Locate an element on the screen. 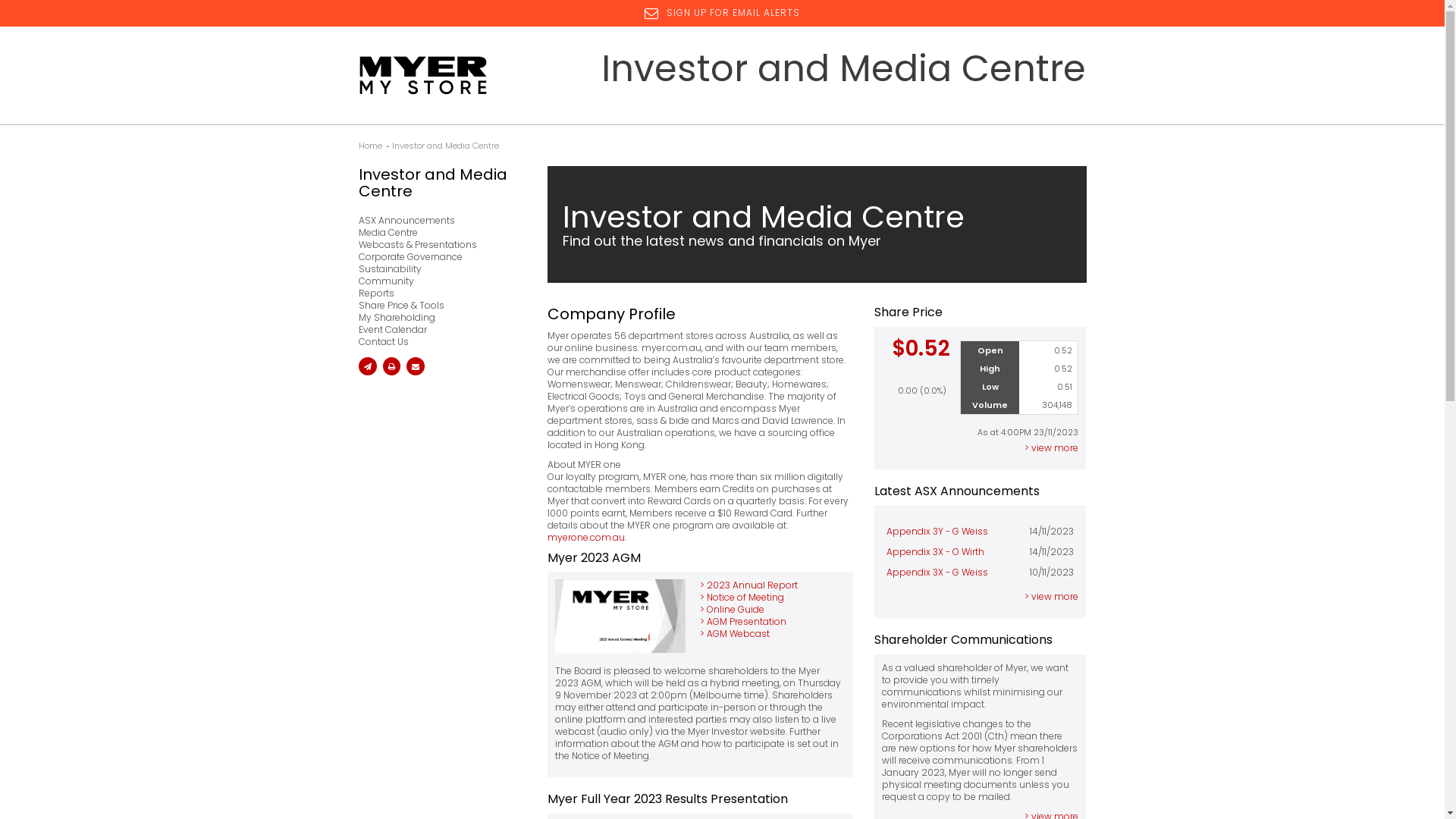 This screenshot has height=819, width=1456. 'Appendix 3Y - G Weiss' is located at coordinates (937, 530).